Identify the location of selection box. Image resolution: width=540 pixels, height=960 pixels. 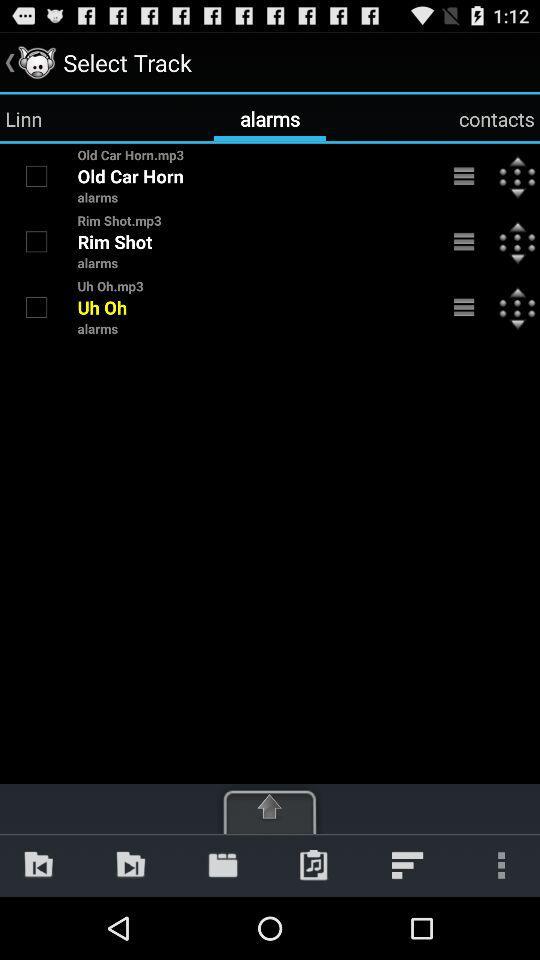
(36, 175).